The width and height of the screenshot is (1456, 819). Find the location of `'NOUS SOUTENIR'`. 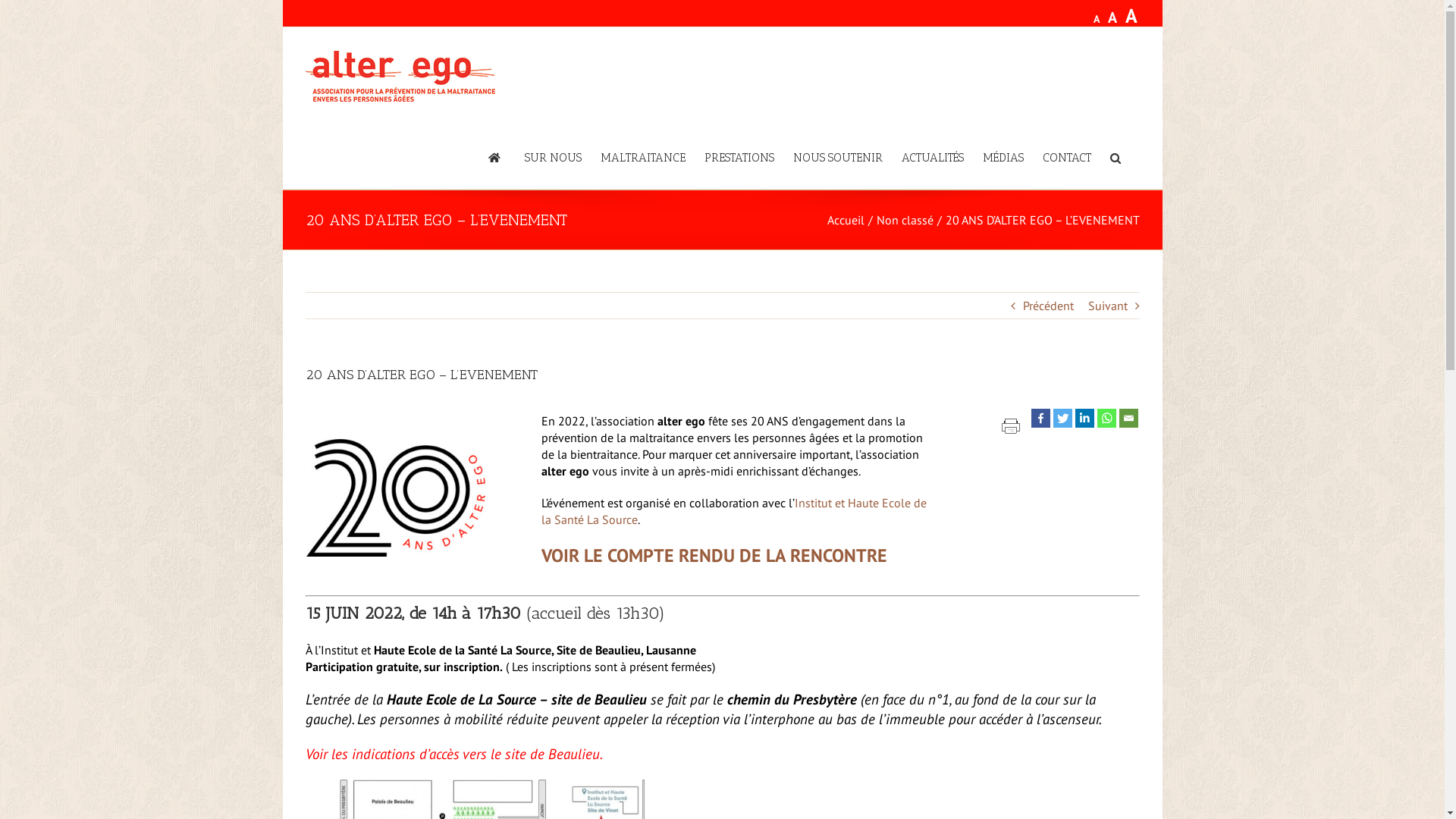

'NOUS SOUTENIR' is located at coordinates (836, 157).